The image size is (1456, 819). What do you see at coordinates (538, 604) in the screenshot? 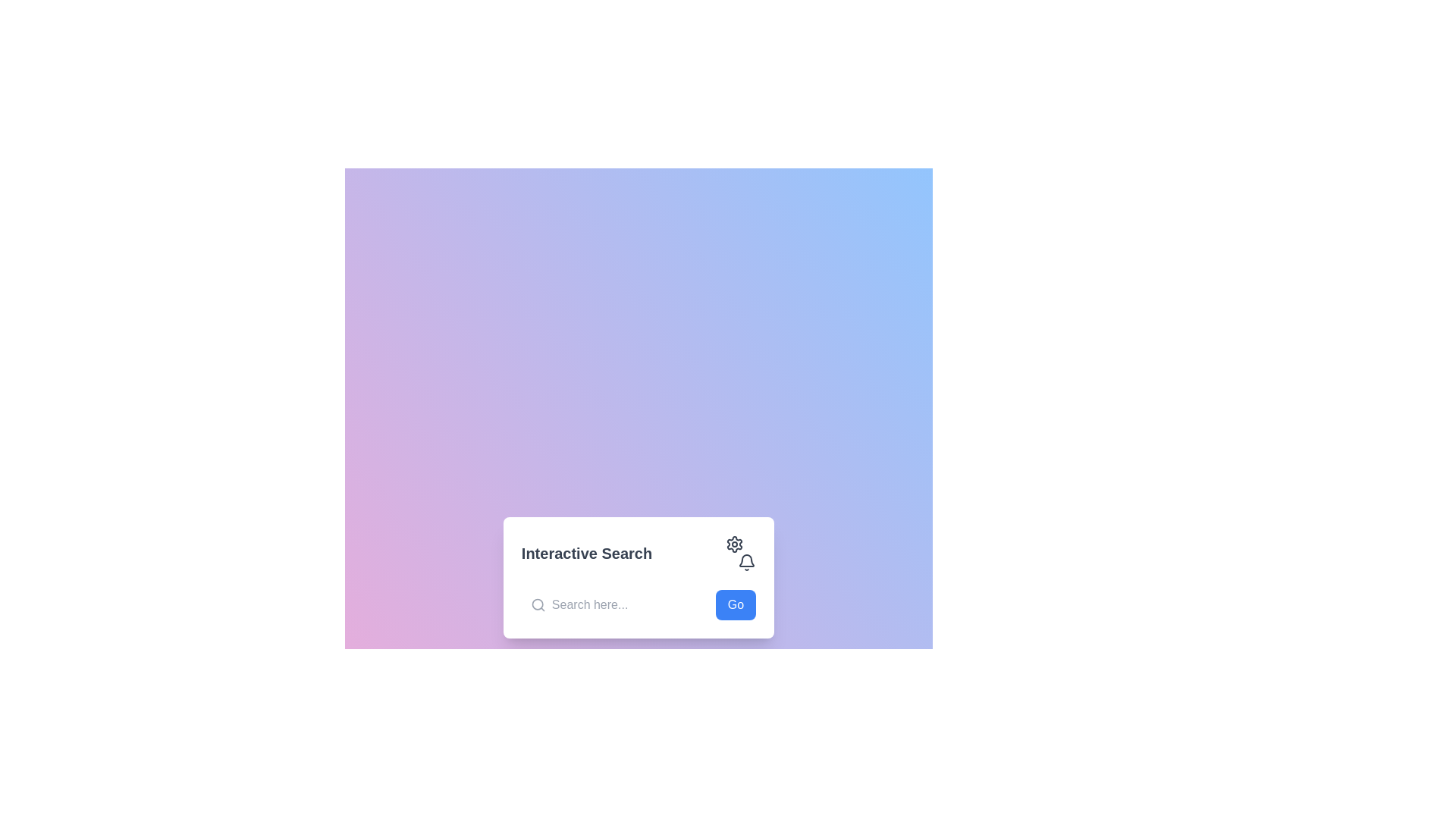
I see `the search icon, which is styled as a minimalist outline magnifying glass located to the left of a text input field in the search bar` at bounding box center [538, 604].